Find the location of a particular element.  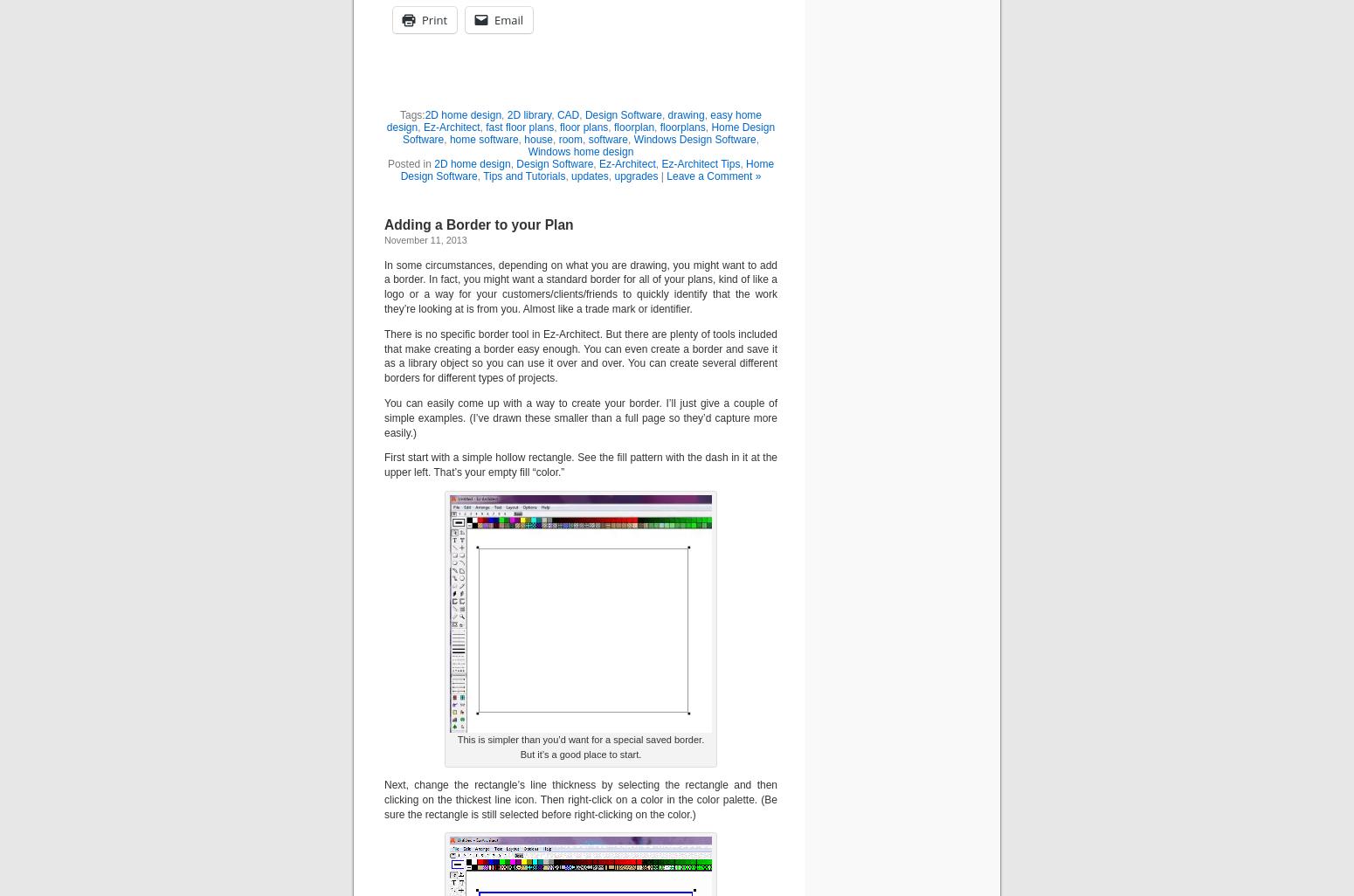

'November 11, 2013' is located at coordinates (384, 238).